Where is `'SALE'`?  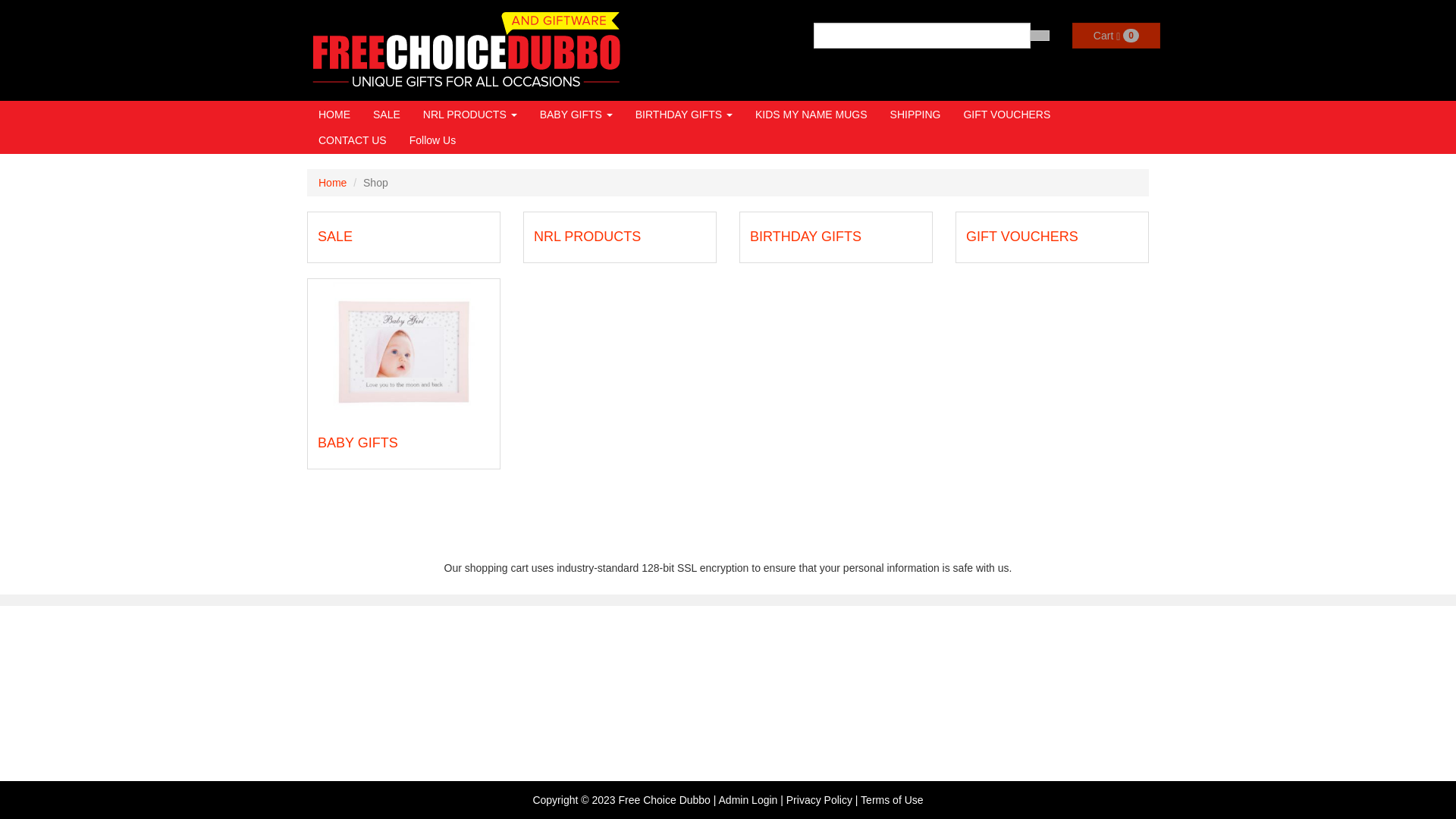 'SALE' is located at coordinates (386, 113).